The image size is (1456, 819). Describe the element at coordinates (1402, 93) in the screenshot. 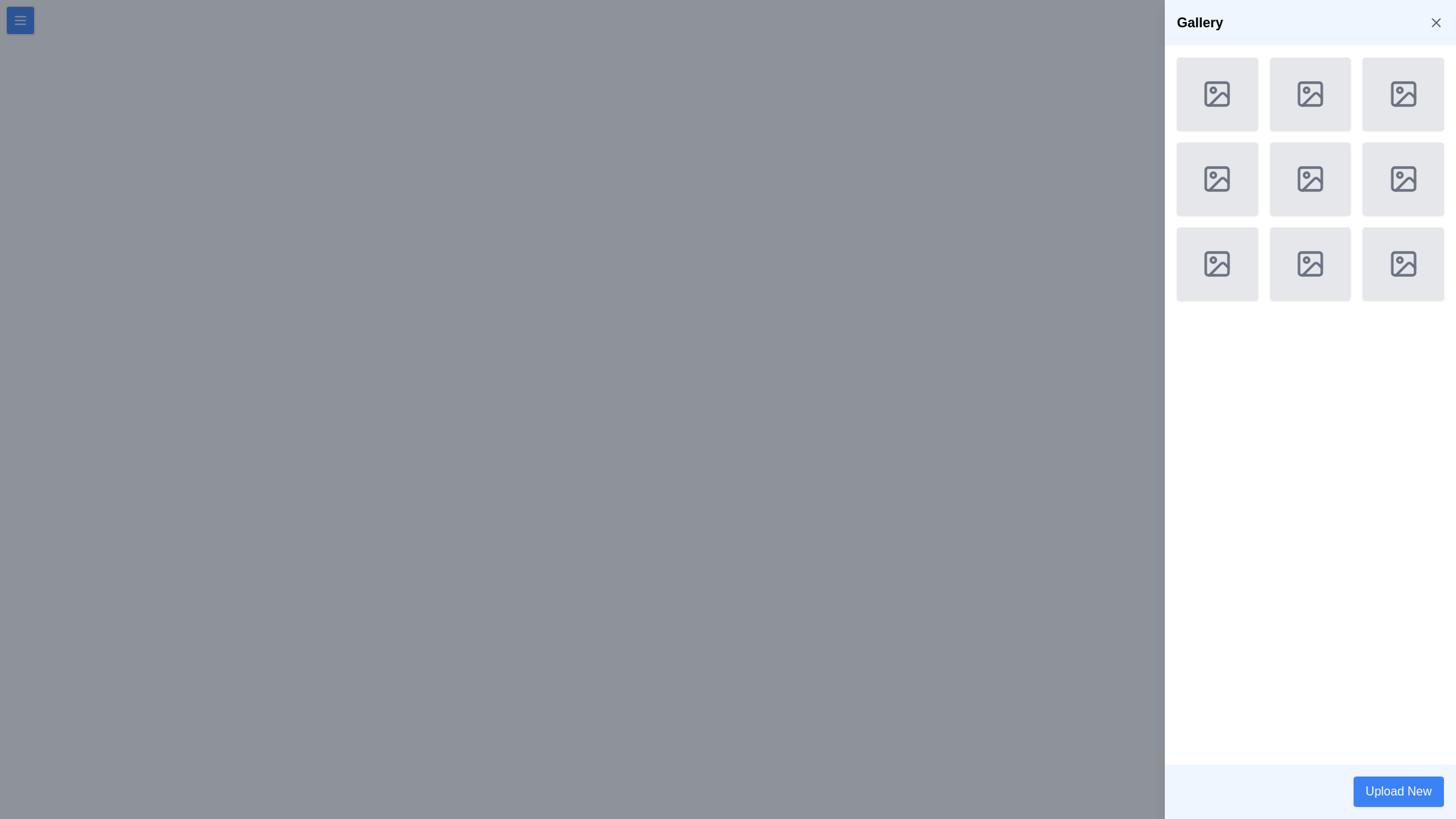

I see `the minimalistic image placeholder icon located within a light gray rectangular background, which is the fourth icon in the top row of a 3x3 grid layout in the right panel of the interface` at that location.